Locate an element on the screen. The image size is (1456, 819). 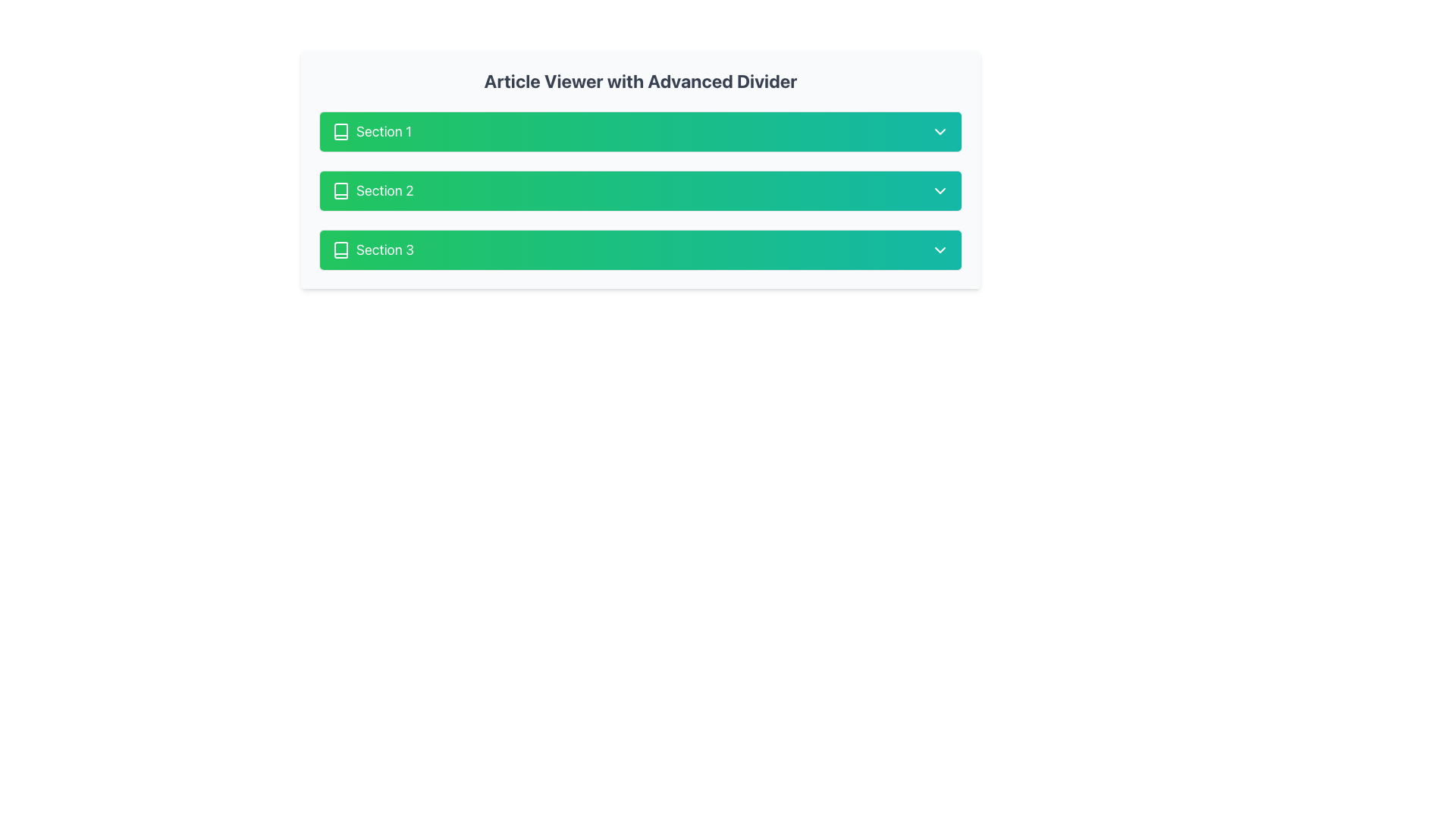
the toggle icon located on the right side of the 'Section 2' bar is located at coordinates (939, 190).